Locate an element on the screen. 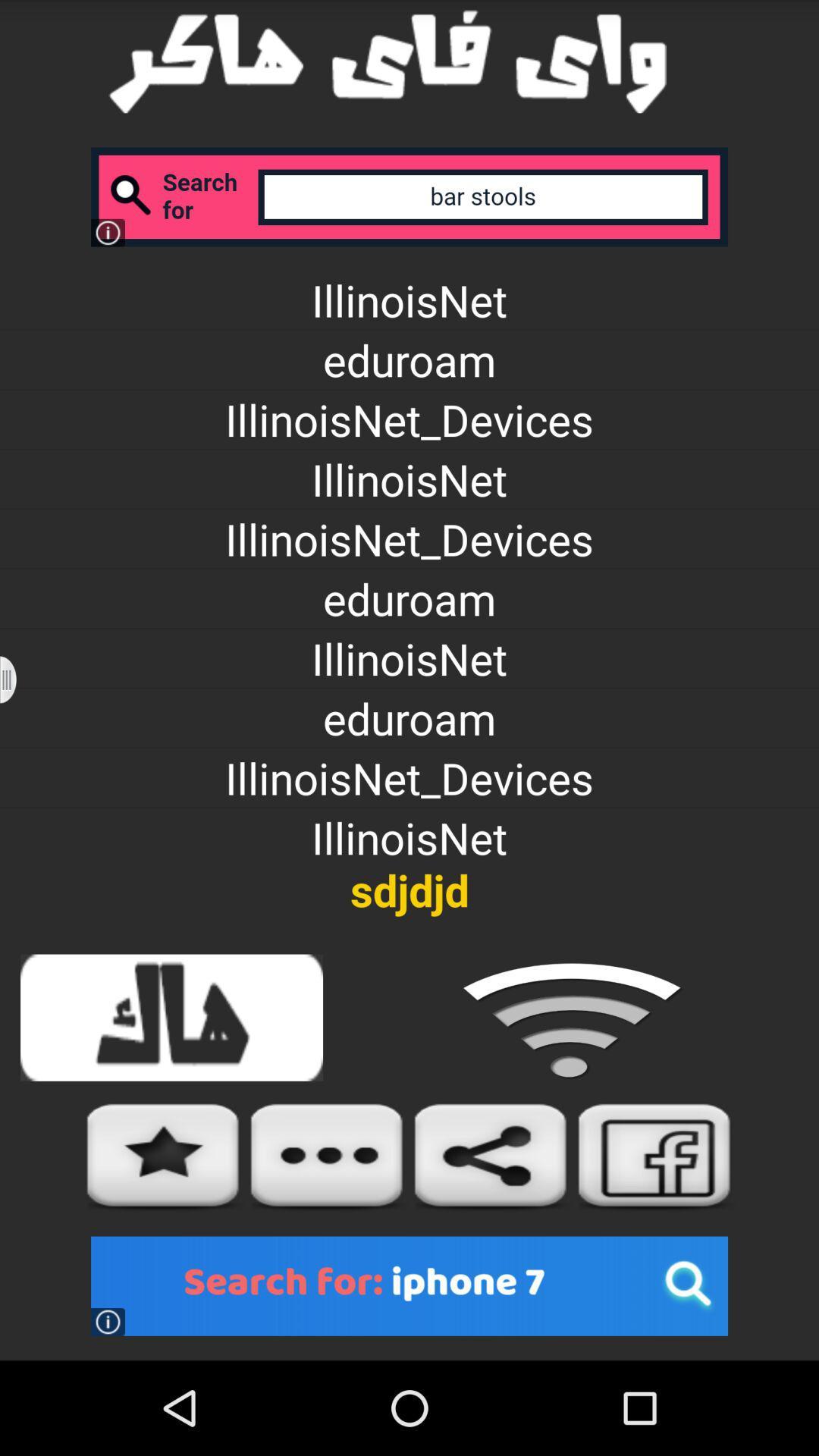 The image size is (819, 1456). pull out options is located at coordinates (17, 679).